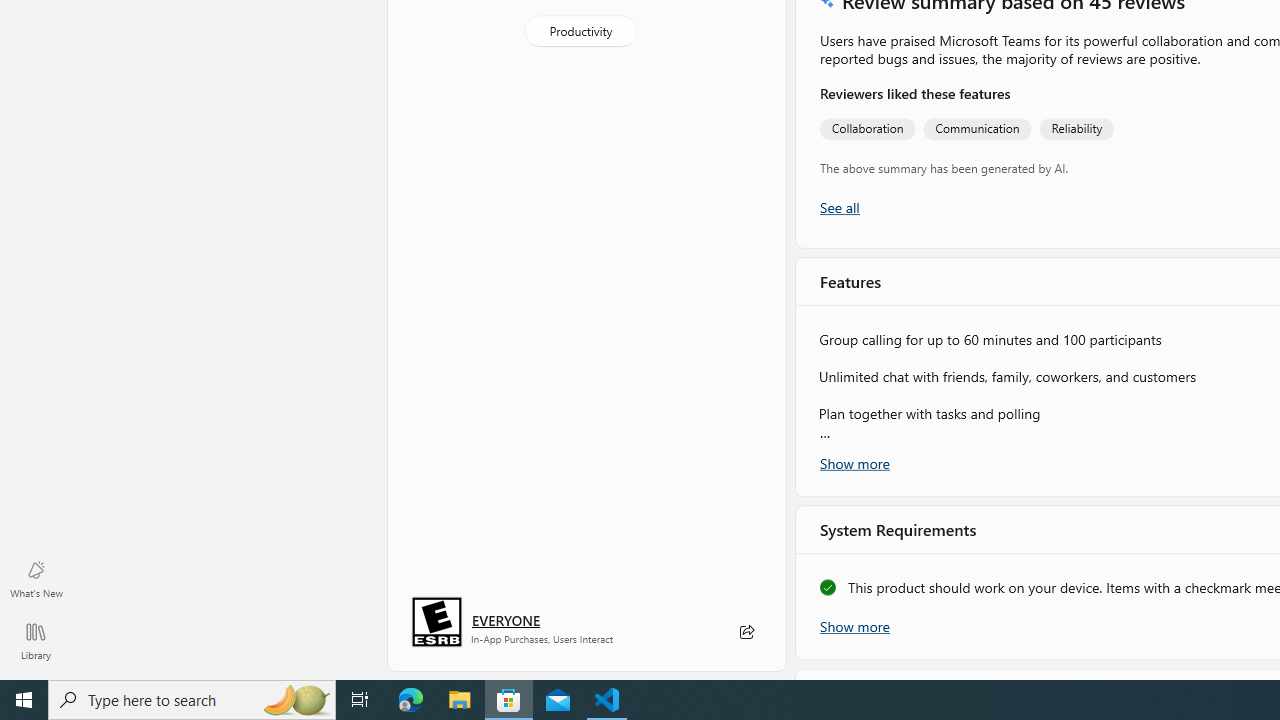 This screenshot has height=720, width=1280. Describe the element at coordinates (35, 640) in the screenshot. I see `'Library'` at that location.